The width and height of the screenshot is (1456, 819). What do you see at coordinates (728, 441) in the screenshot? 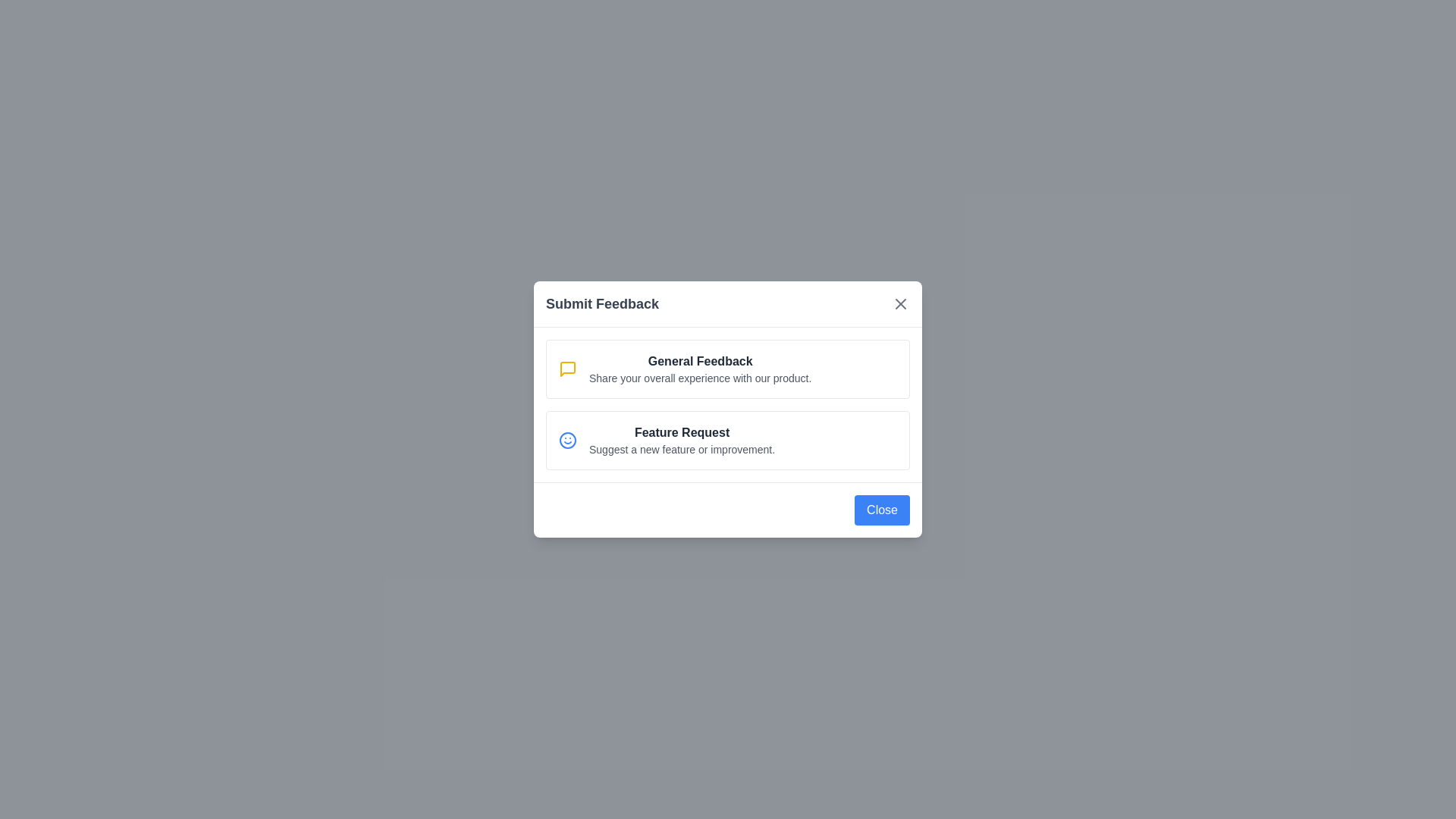
I see `the 'Feature Request' option` at bounding box center [728, 441].